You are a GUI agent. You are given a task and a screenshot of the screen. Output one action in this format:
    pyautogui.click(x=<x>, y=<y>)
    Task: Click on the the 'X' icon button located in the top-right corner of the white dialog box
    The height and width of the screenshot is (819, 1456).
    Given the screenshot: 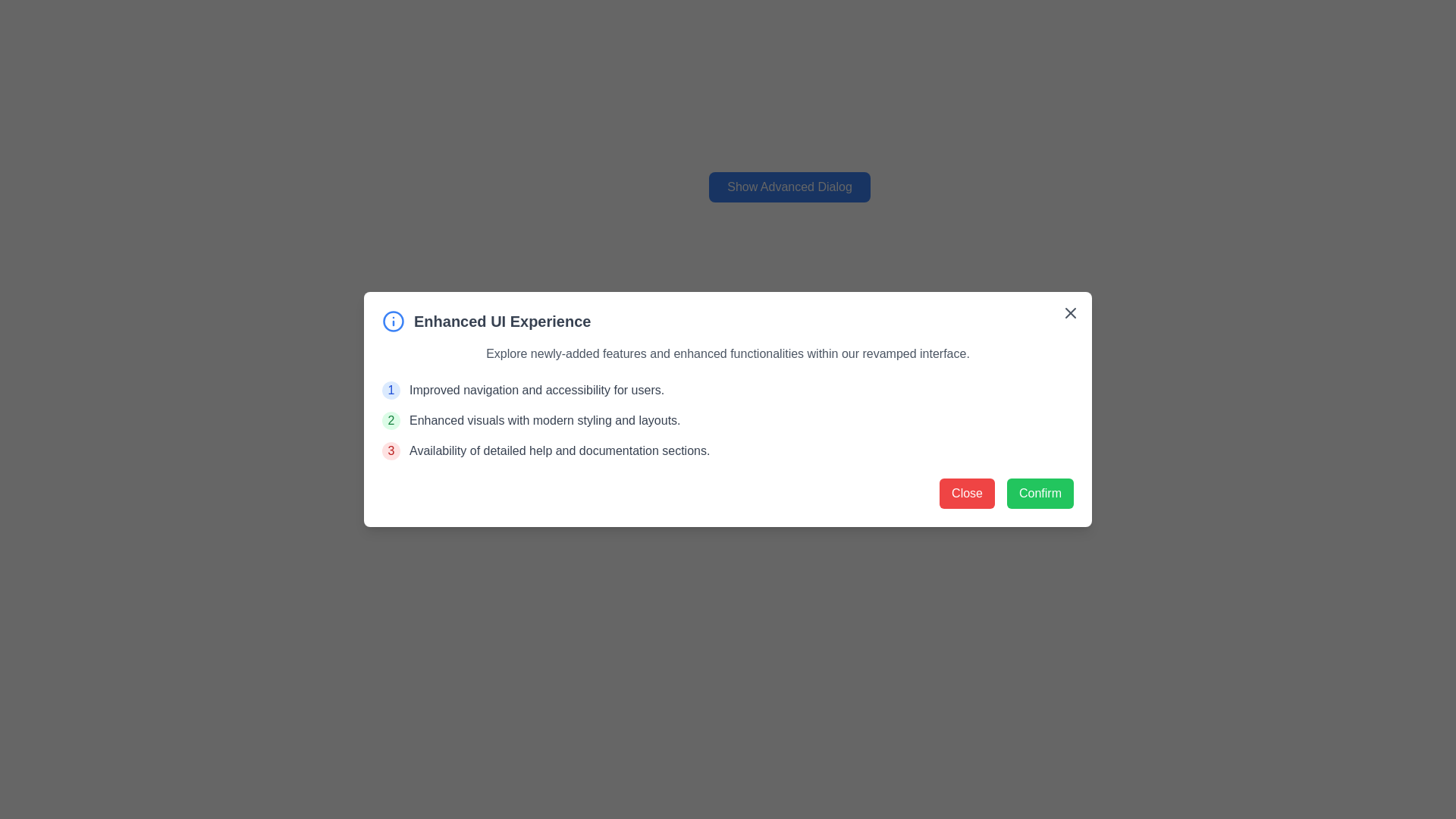 What is the action you would take?
    pyautogui.click(x=1069, y=312)
    